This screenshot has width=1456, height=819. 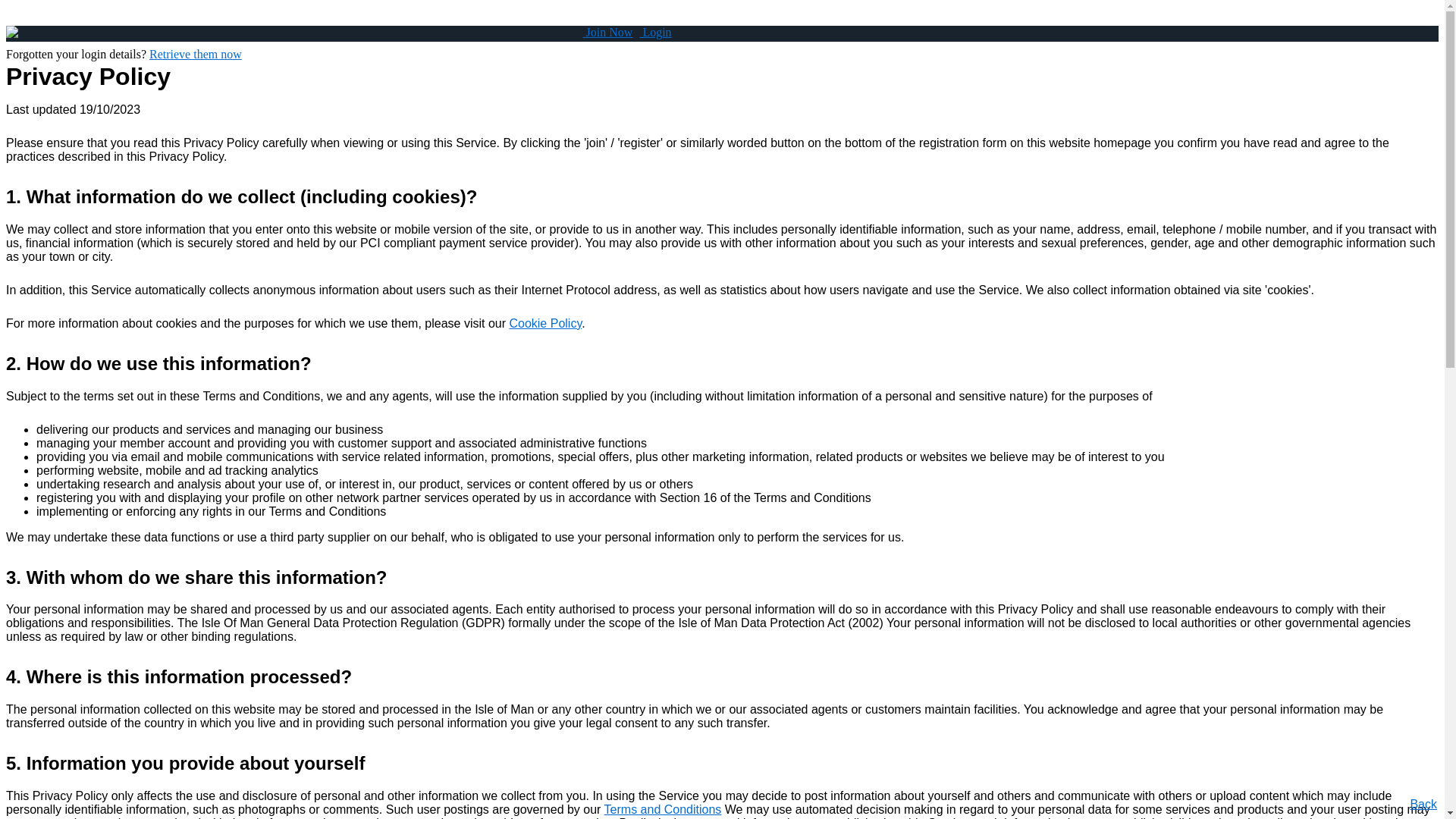 I want to click on 'Retrieve them now', so click(x=195, y=53).